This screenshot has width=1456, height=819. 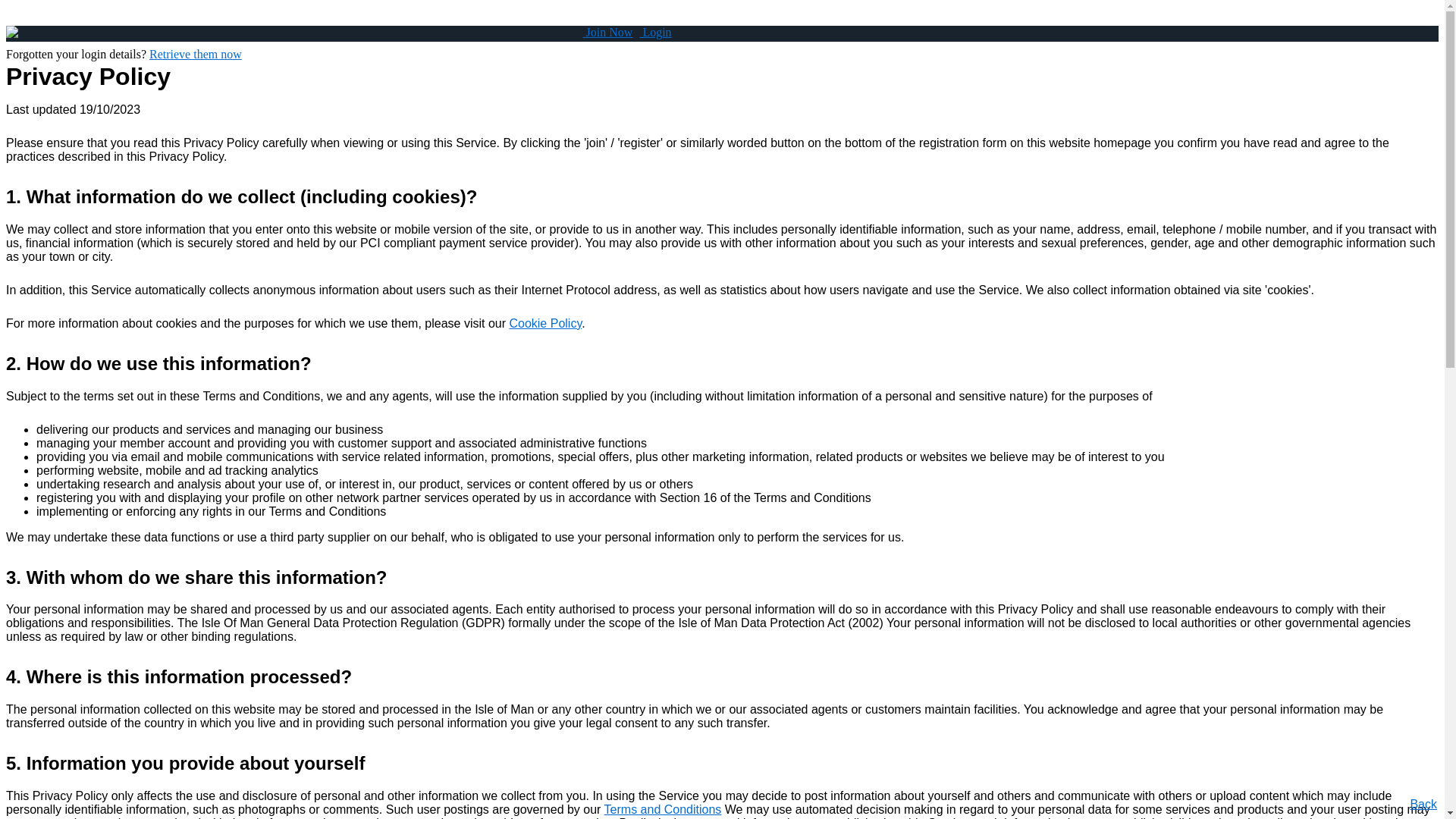 I want to click on 'Retrieve them now', so click(x=195, y=53).